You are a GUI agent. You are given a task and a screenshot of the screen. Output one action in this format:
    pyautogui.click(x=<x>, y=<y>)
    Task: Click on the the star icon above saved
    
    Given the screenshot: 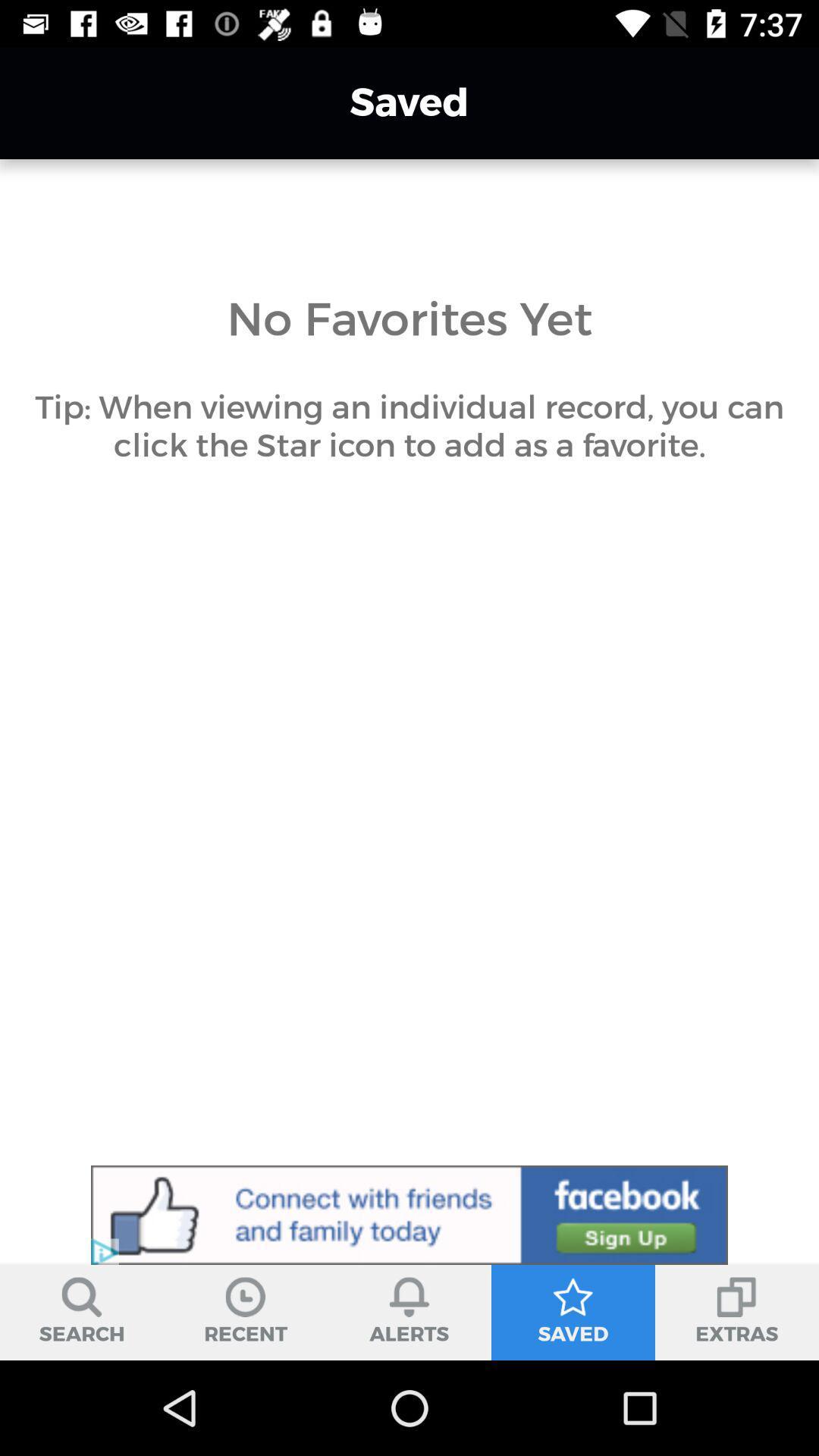 What is the action you would take?
    pyautogui.click(x=573, y=1296)
    